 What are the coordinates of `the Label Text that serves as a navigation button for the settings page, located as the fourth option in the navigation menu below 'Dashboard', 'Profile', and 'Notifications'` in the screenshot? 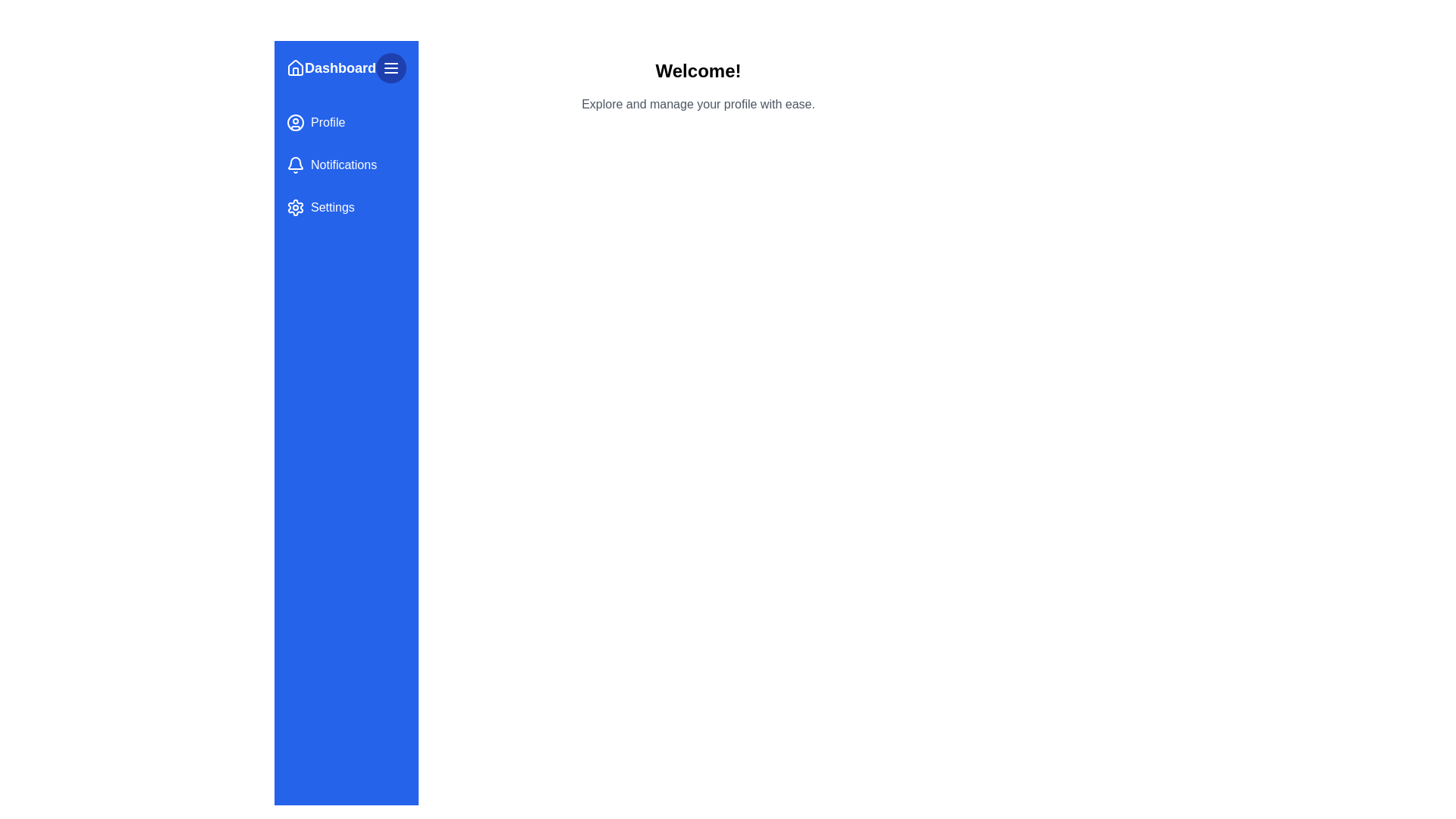 It's located at (331, 207).